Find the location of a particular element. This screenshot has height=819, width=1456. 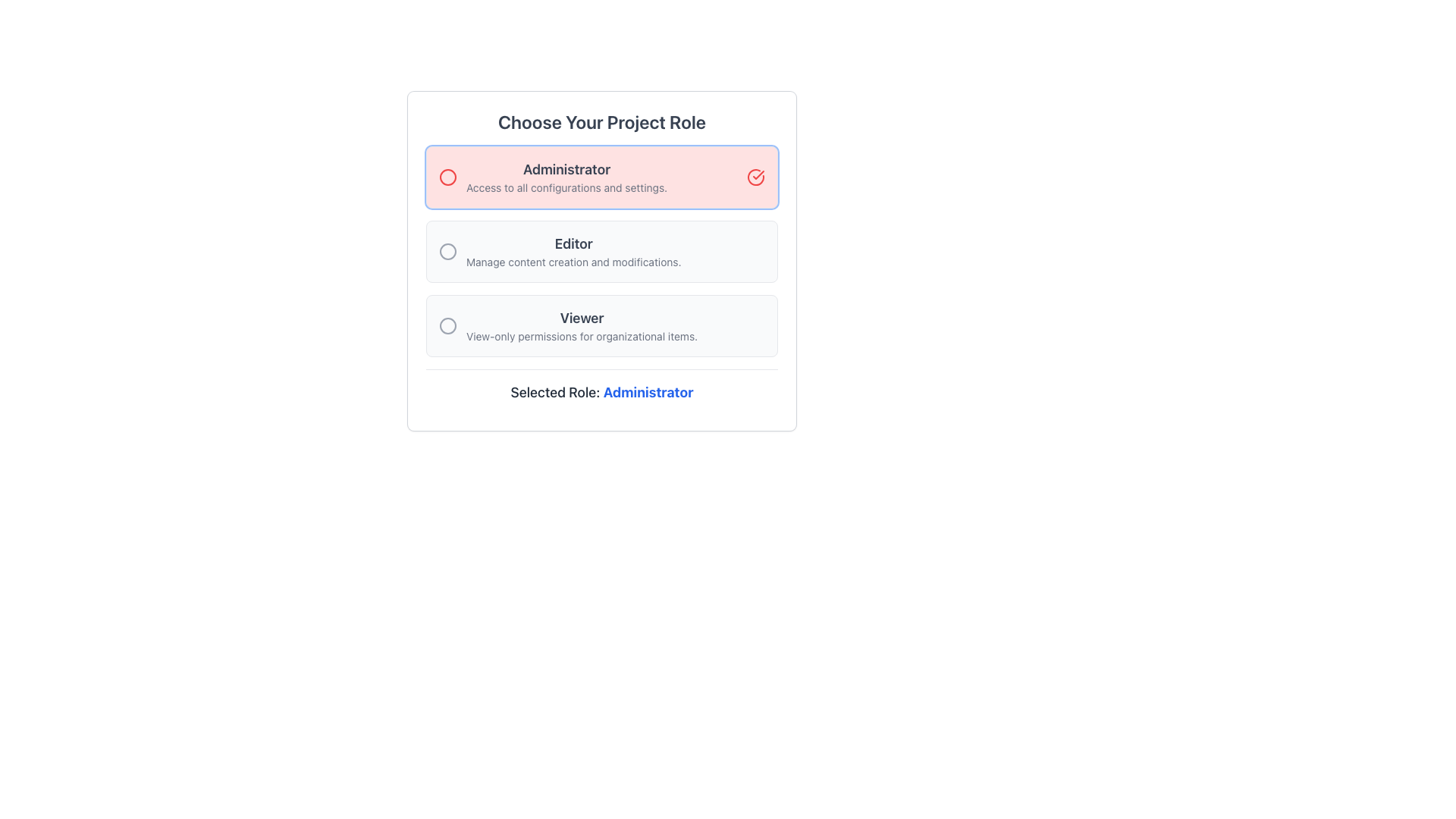

the text label displaying 'View-only permissions for organizational items.' located beneath the 'Viewer' title in the role selection panel is located at coordinates (581, 335).